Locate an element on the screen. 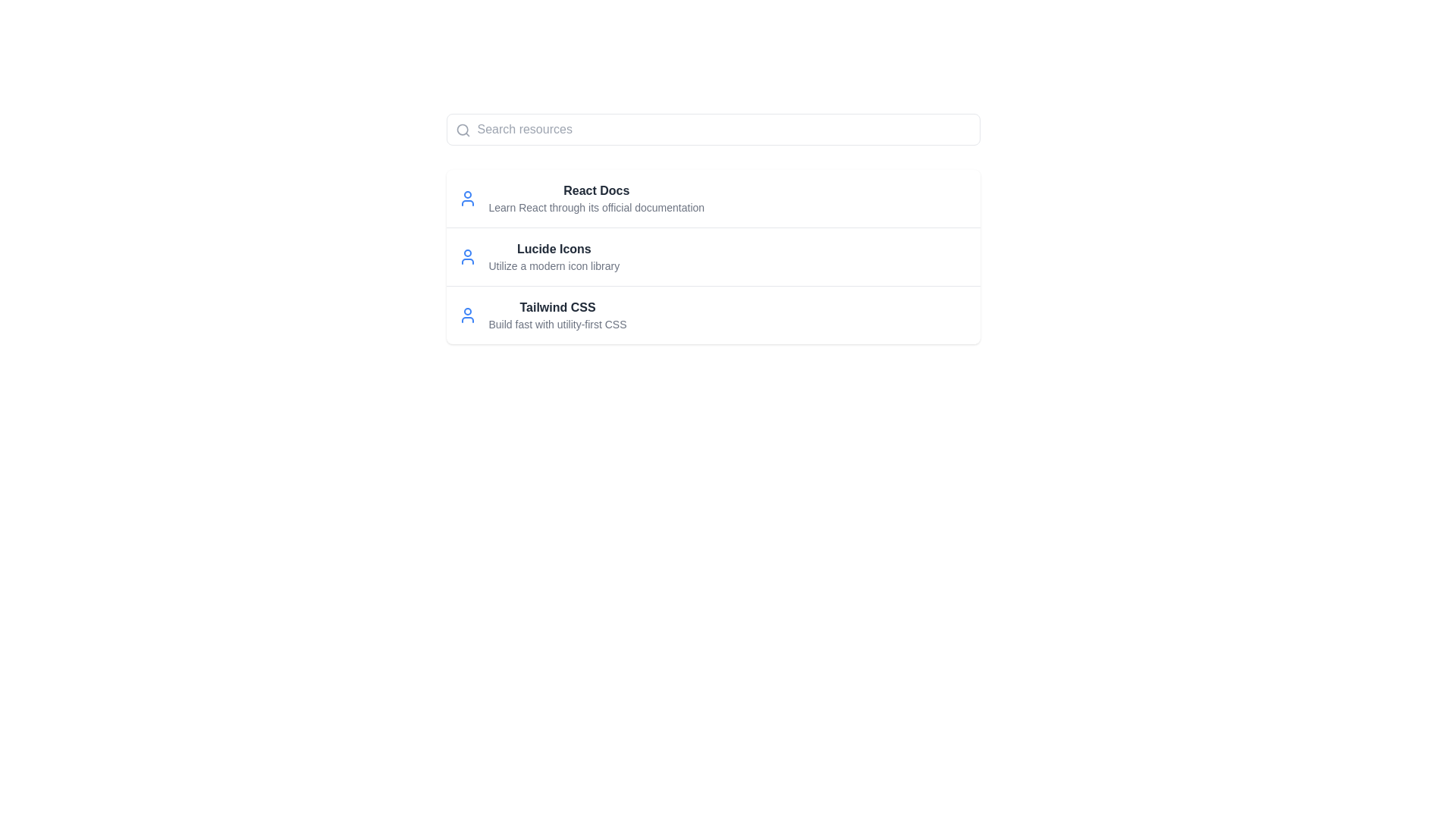  first list item that provides documentation about React, which is positioned below the search bar and to the right of an icon is located at coordinates (595, 198).